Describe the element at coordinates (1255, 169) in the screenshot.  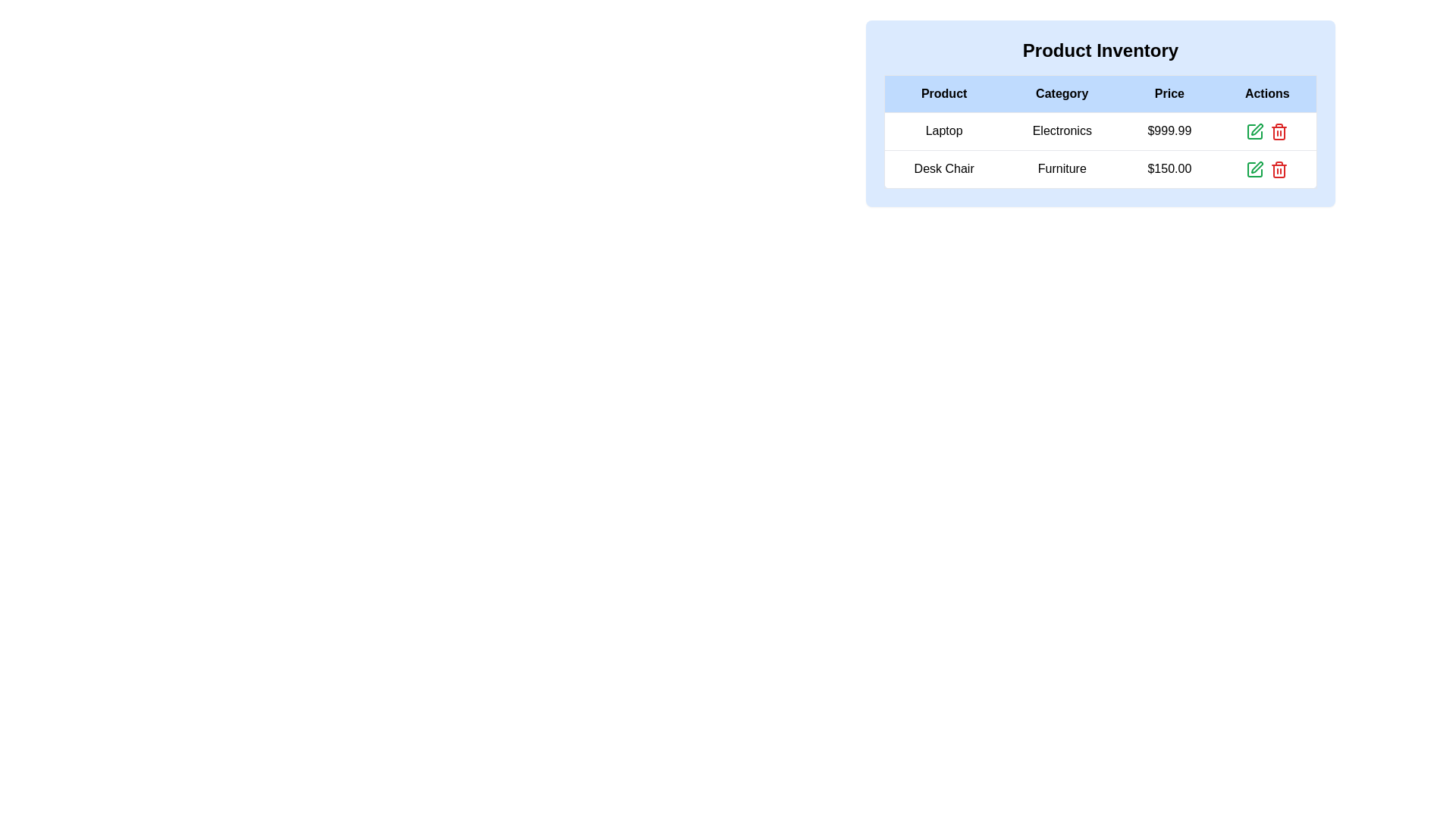
I see `the edit button associated with the 'Desk Chair' product entry in the second row of the table` at that location.